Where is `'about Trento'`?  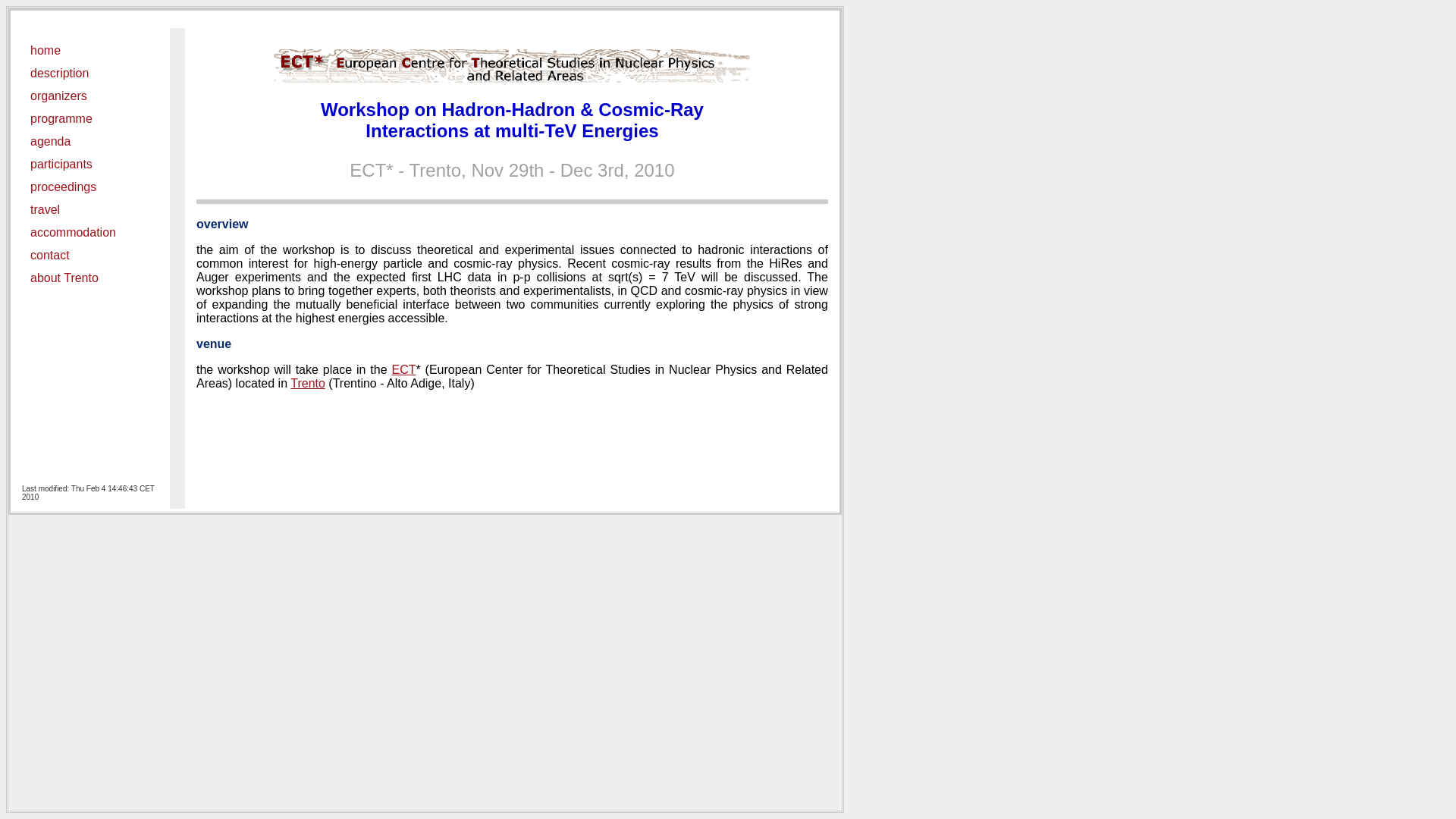 'about Trento' is located at coordinates (30, 278).